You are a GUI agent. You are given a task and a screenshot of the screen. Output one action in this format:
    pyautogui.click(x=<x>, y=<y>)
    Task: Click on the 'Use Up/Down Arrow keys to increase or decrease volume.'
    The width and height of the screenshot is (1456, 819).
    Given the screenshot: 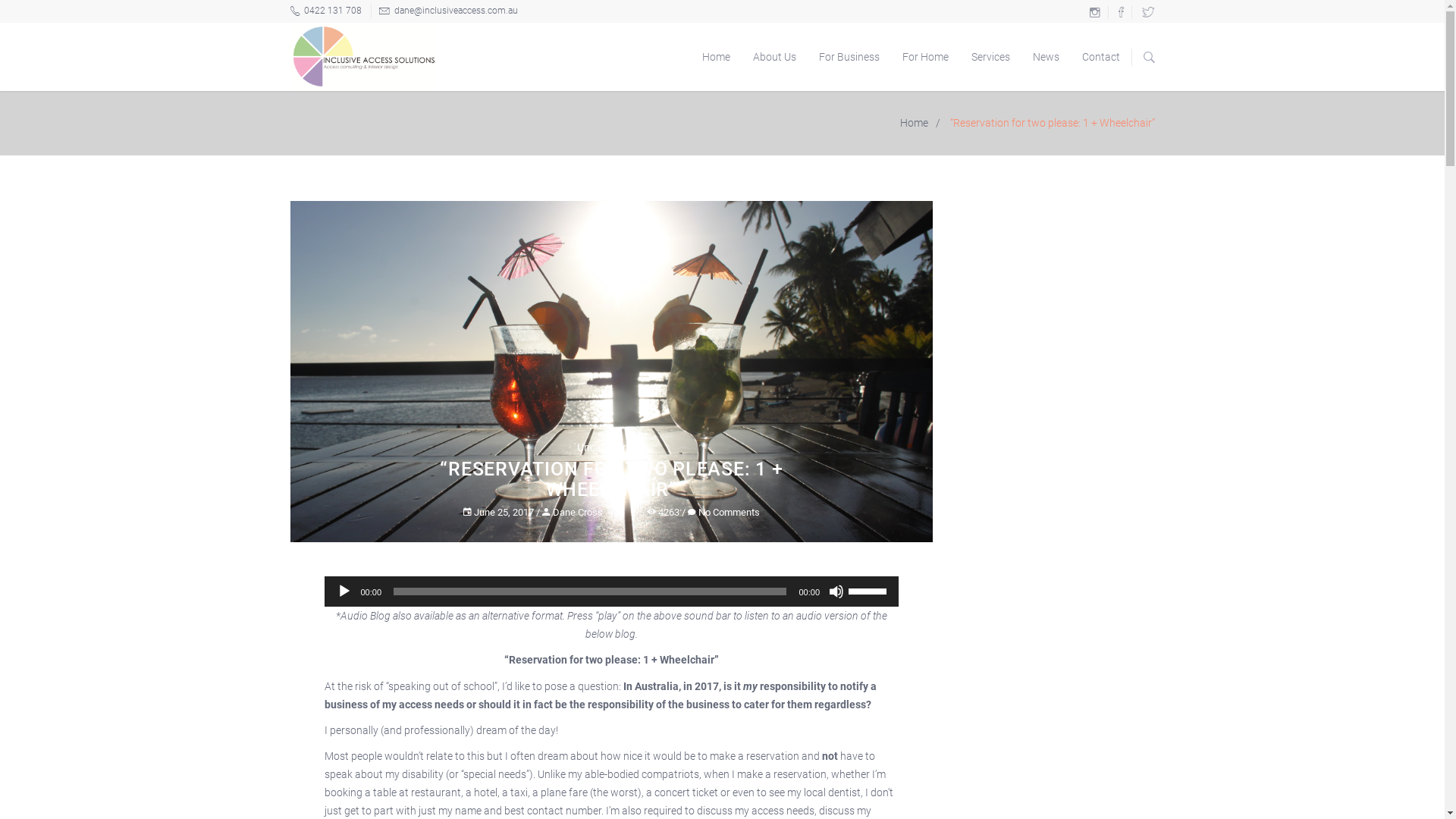 What is the action you would take?
    pyautogui.click(x=870, y=589)
    